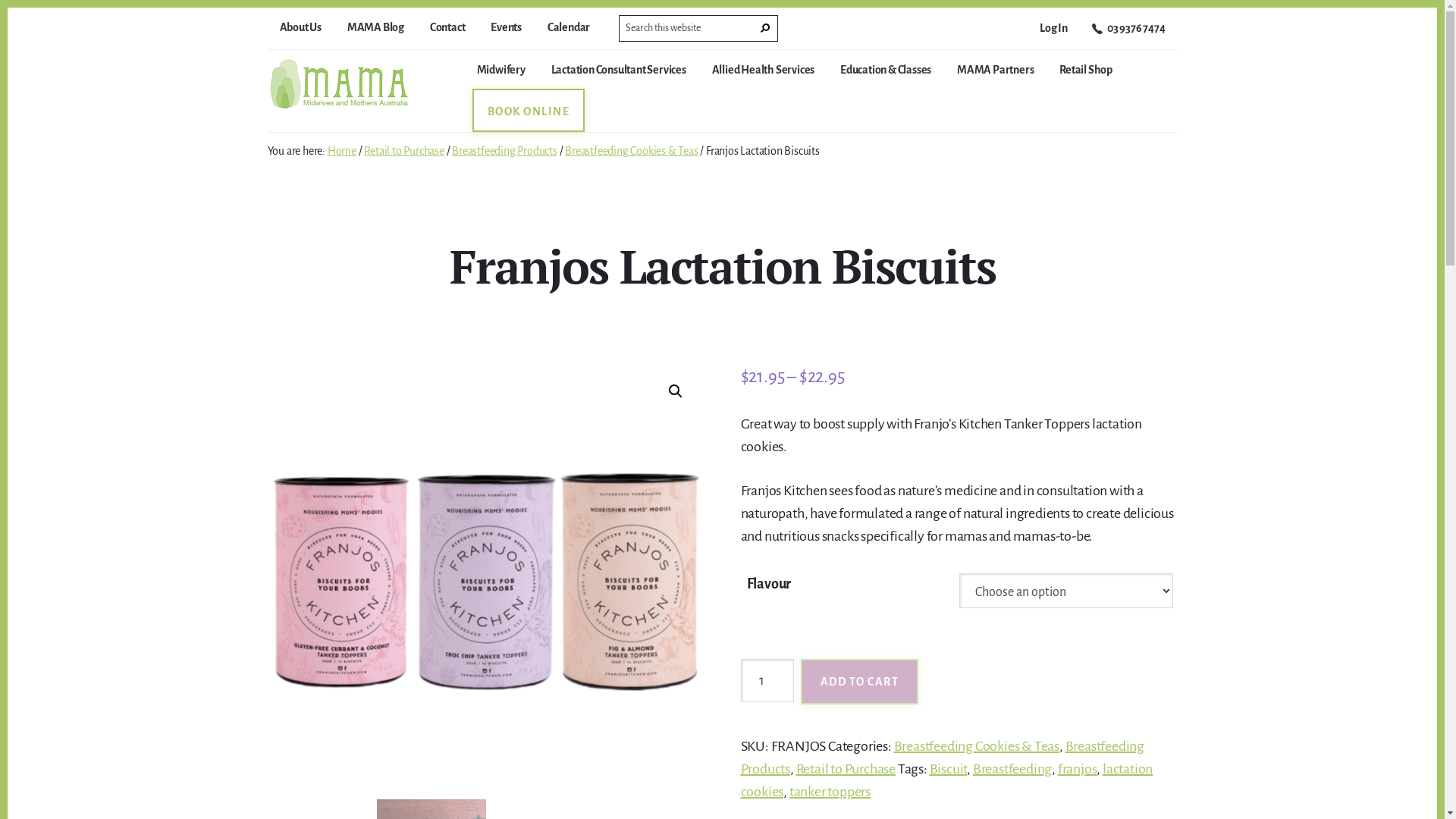 Image resolution: width=1456 pixels, height=819 pixels. Describe the element at coordinates (8, 8) in the screenshot. I see `'Skip to content'` at that location.